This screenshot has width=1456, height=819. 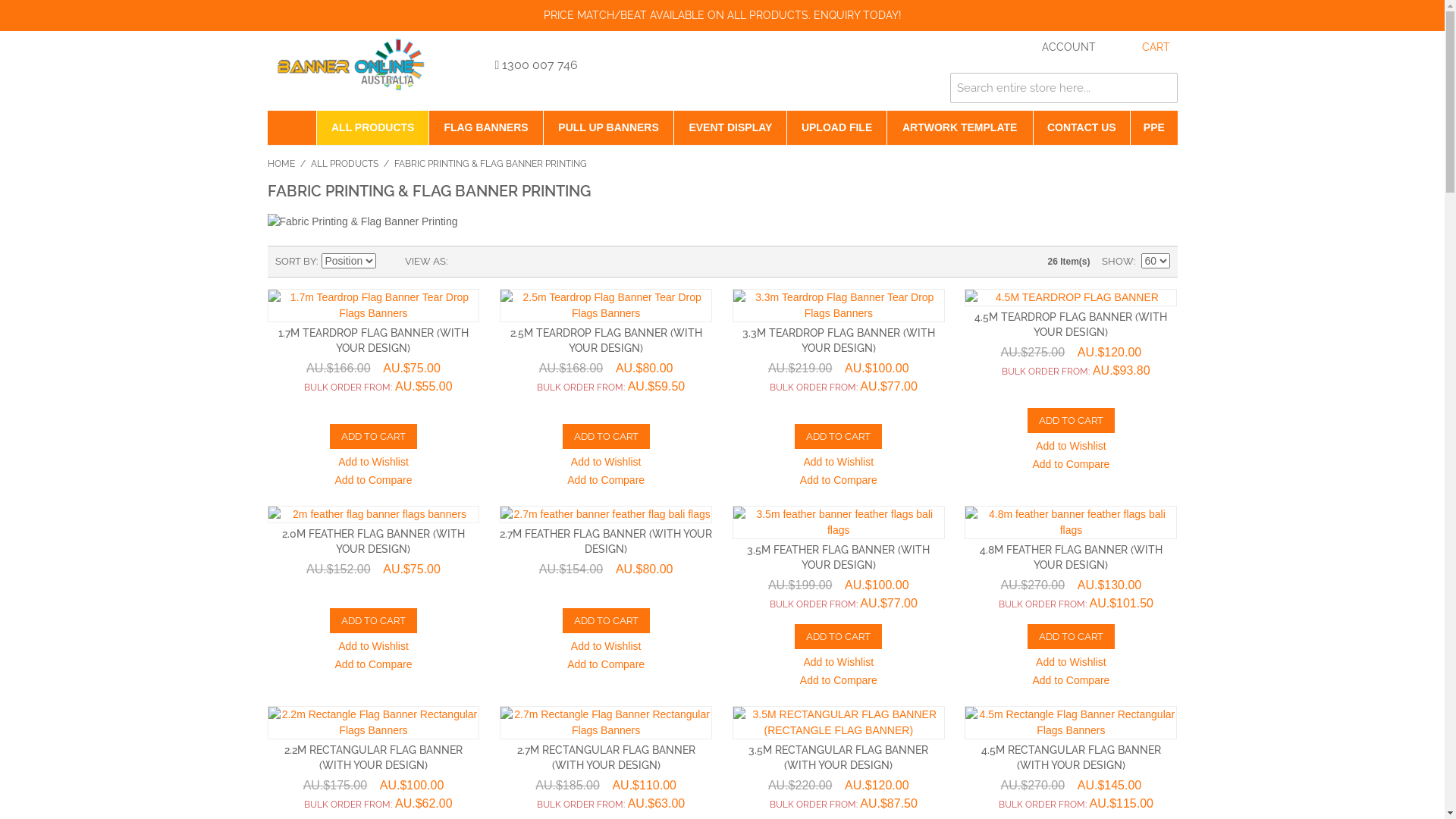 I want to click on '2.5m Teardrop Flag Banner Tear Drop Flags Banners', so click(x=604, y=305).